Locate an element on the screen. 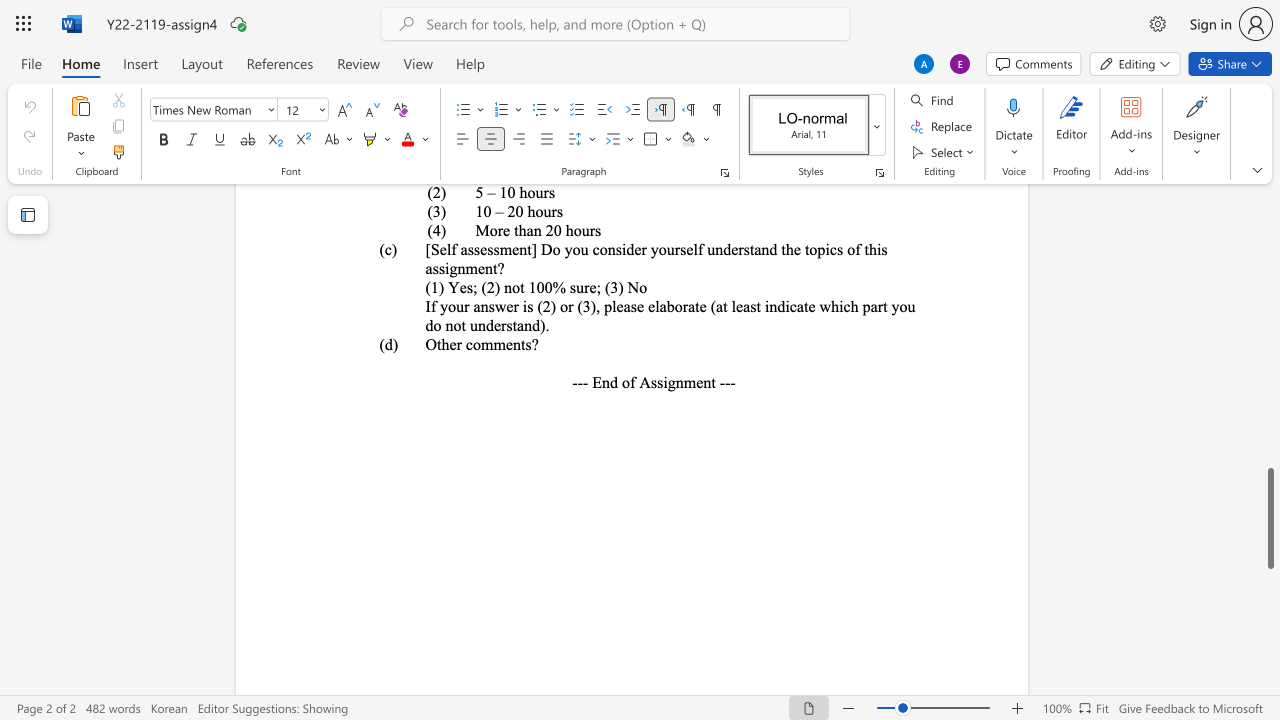 The width and height of the screenshot is (1280, 720). the right-hand scrollbar to ascend the page is located at coordinates (1269, 228).